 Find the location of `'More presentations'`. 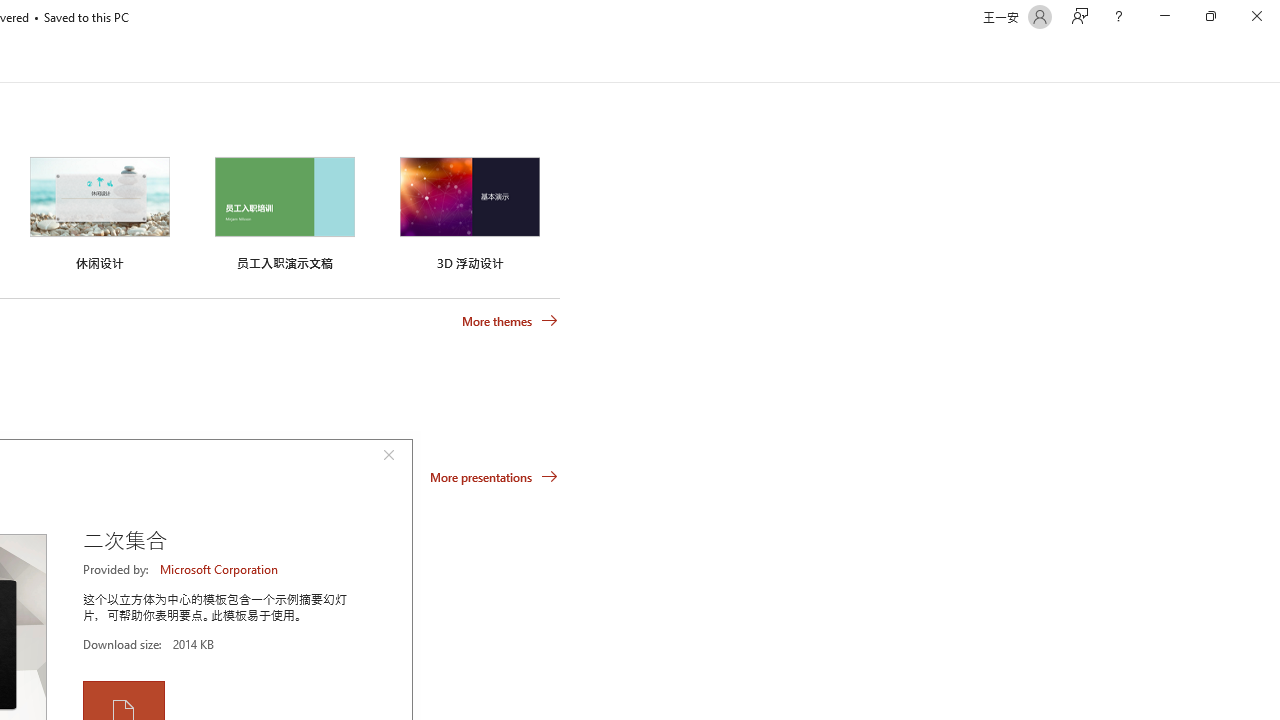

'More presentations' is located at coordinates (494, 477).